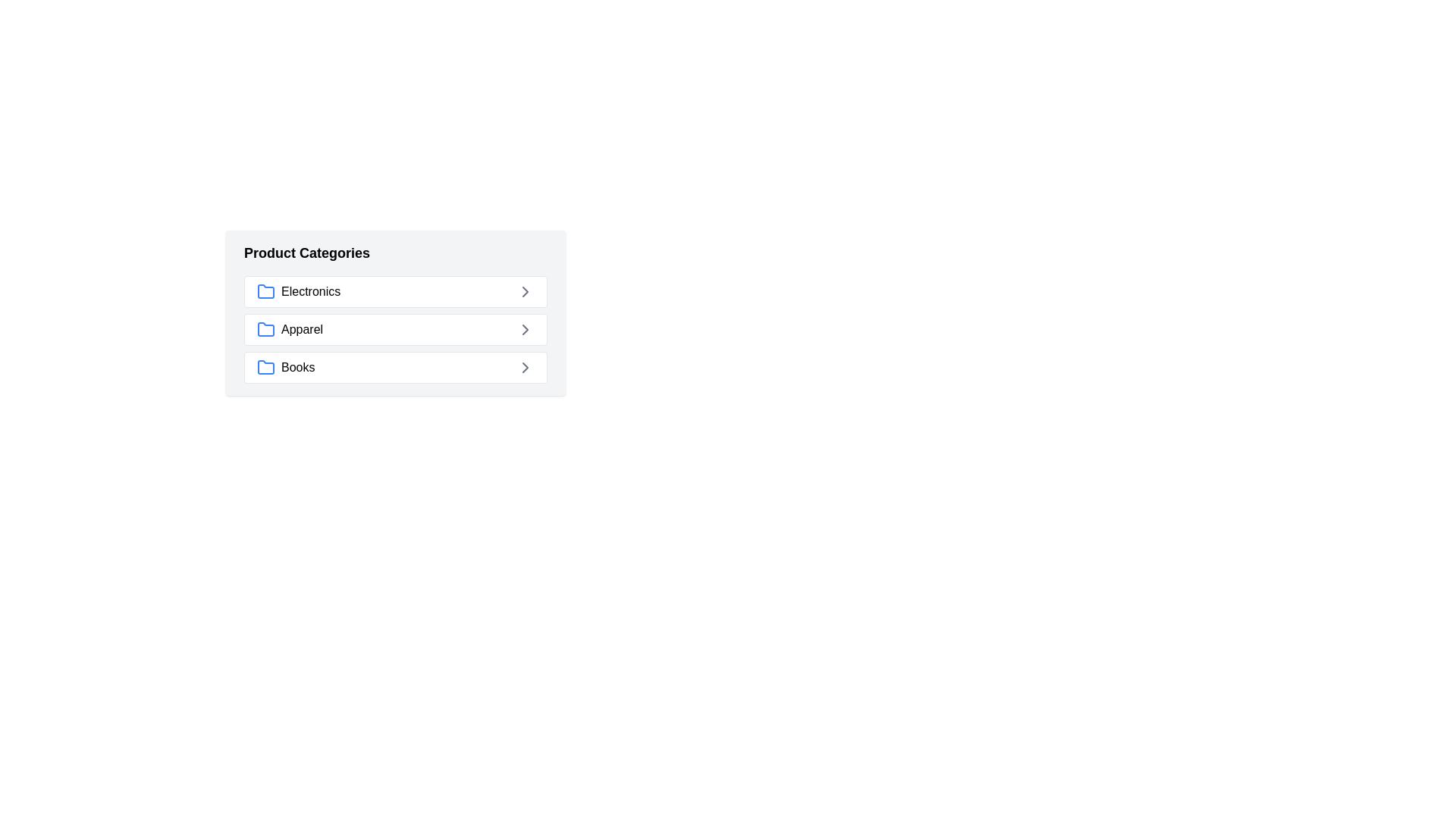  I want to click on the rightward chevron icon, which is styled in gray and located on the rightmost side of the 'Books' row under 'Product Categories', to trigger the tooltip, so click(525, 368).